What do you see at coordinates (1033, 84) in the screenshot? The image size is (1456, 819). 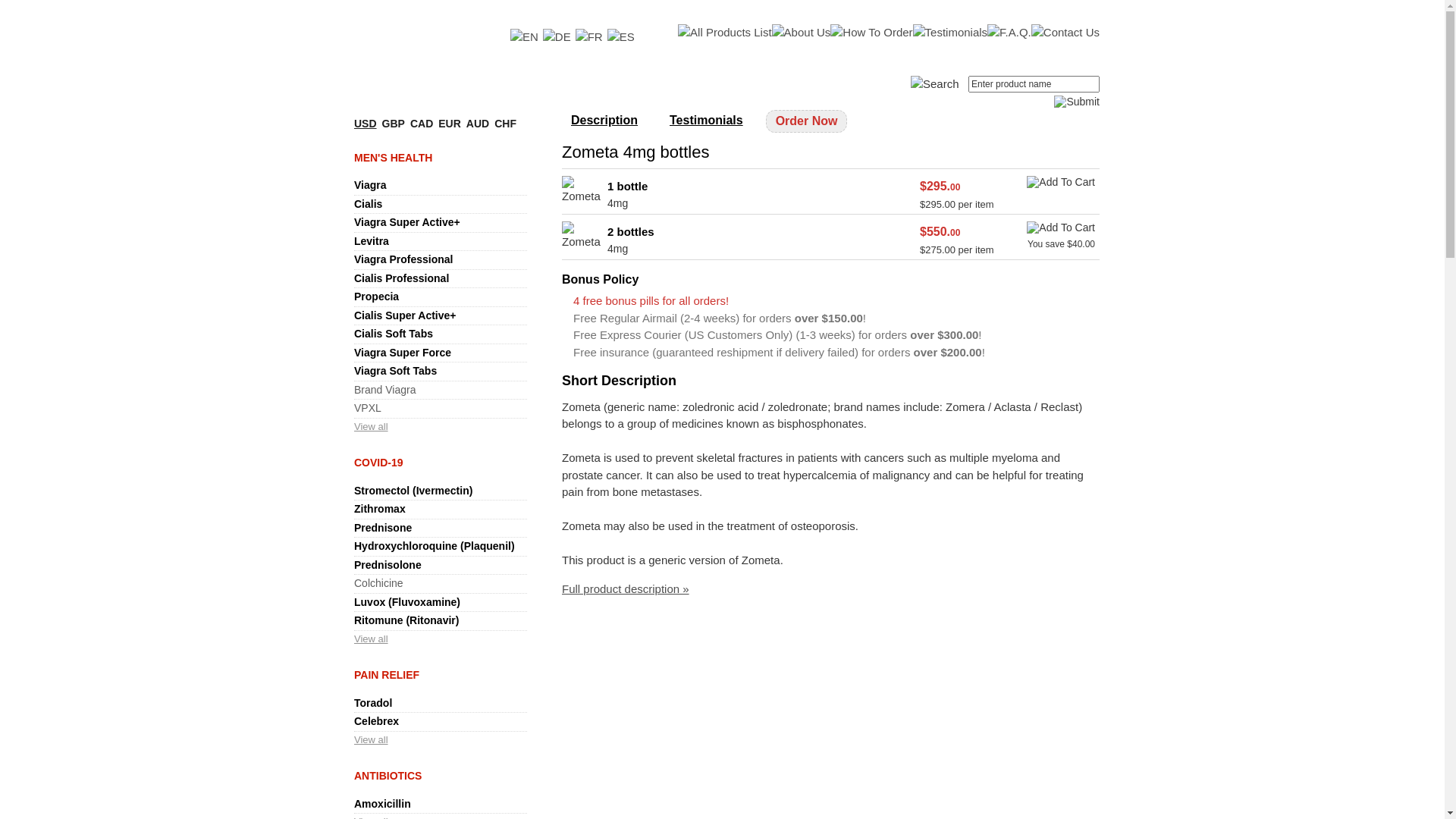 I see `'Enter product name'` at bounding box center [1033, 84].